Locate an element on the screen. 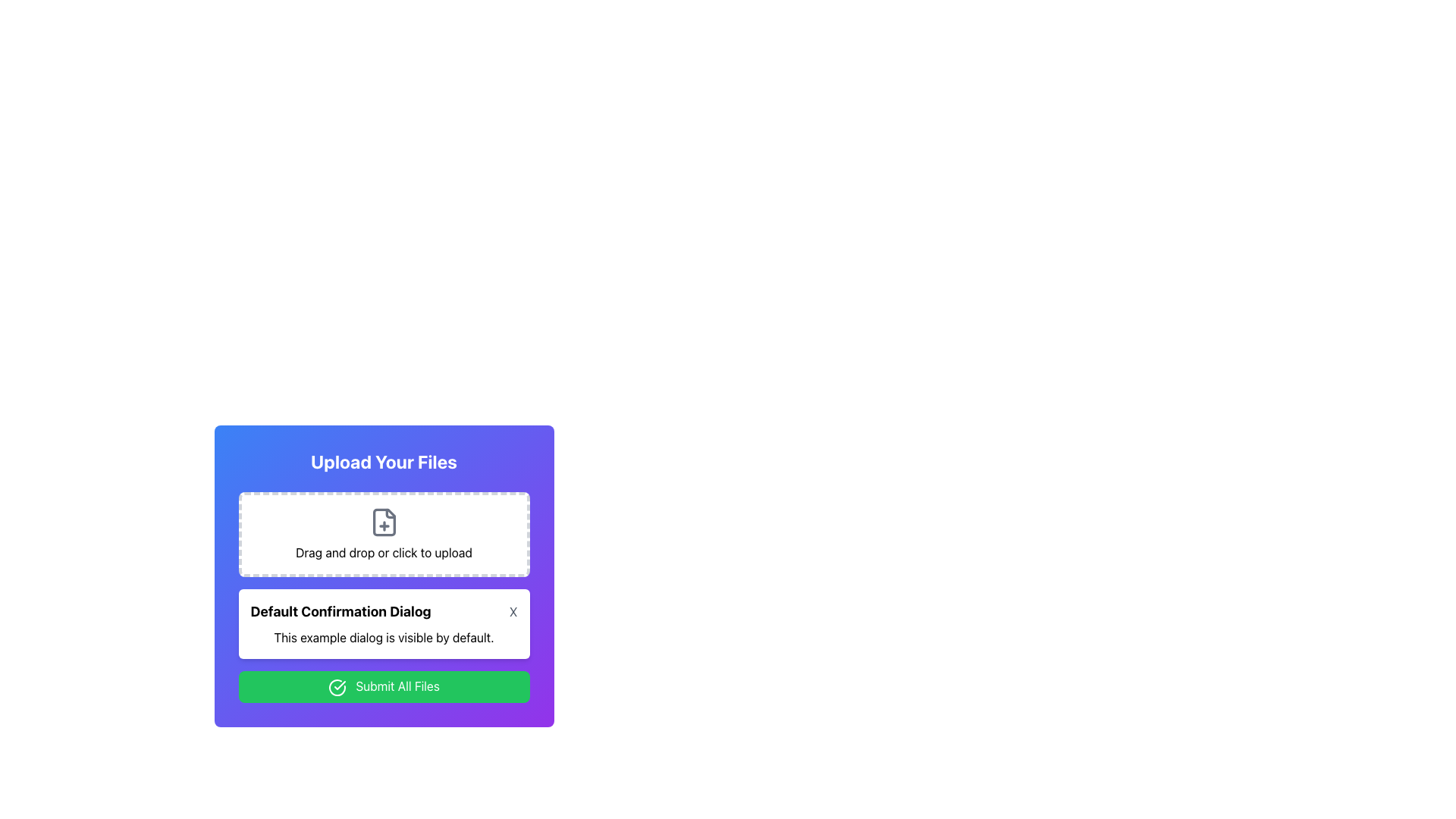 Image resolution: width=1456 pixels, height=819 pixels. the Interactive file upload component in the 'Upload Your Files' dialog is located at coordinates (384, 534).